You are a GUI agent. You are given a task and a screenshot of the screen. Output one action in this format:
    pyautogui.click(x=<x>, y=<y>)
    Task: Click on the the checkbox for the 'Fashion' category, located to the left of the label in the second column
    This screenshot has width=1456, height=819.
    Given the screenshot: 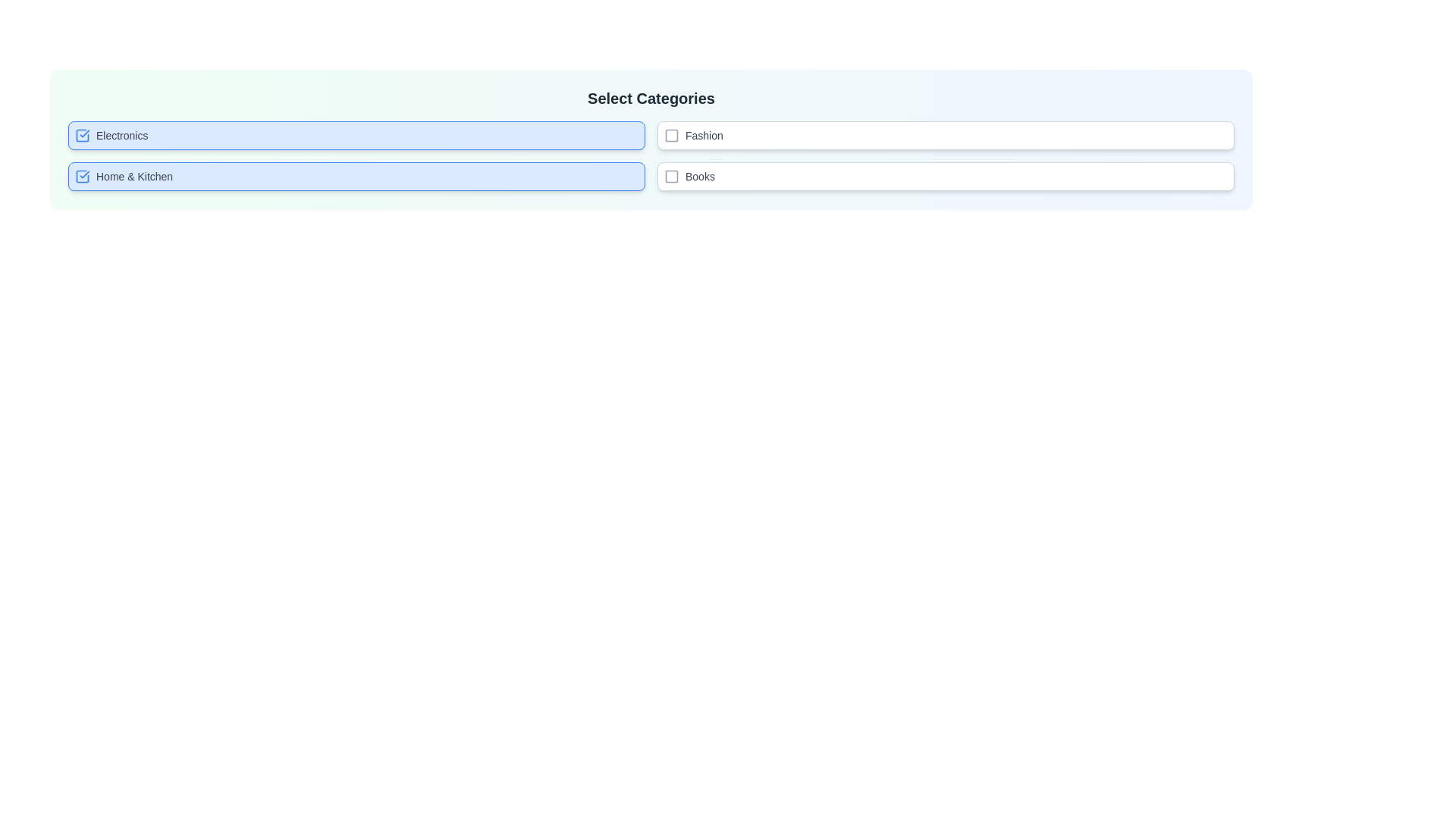 What is the action you would take?
    pyautogui.click(x=671, y=134)
    